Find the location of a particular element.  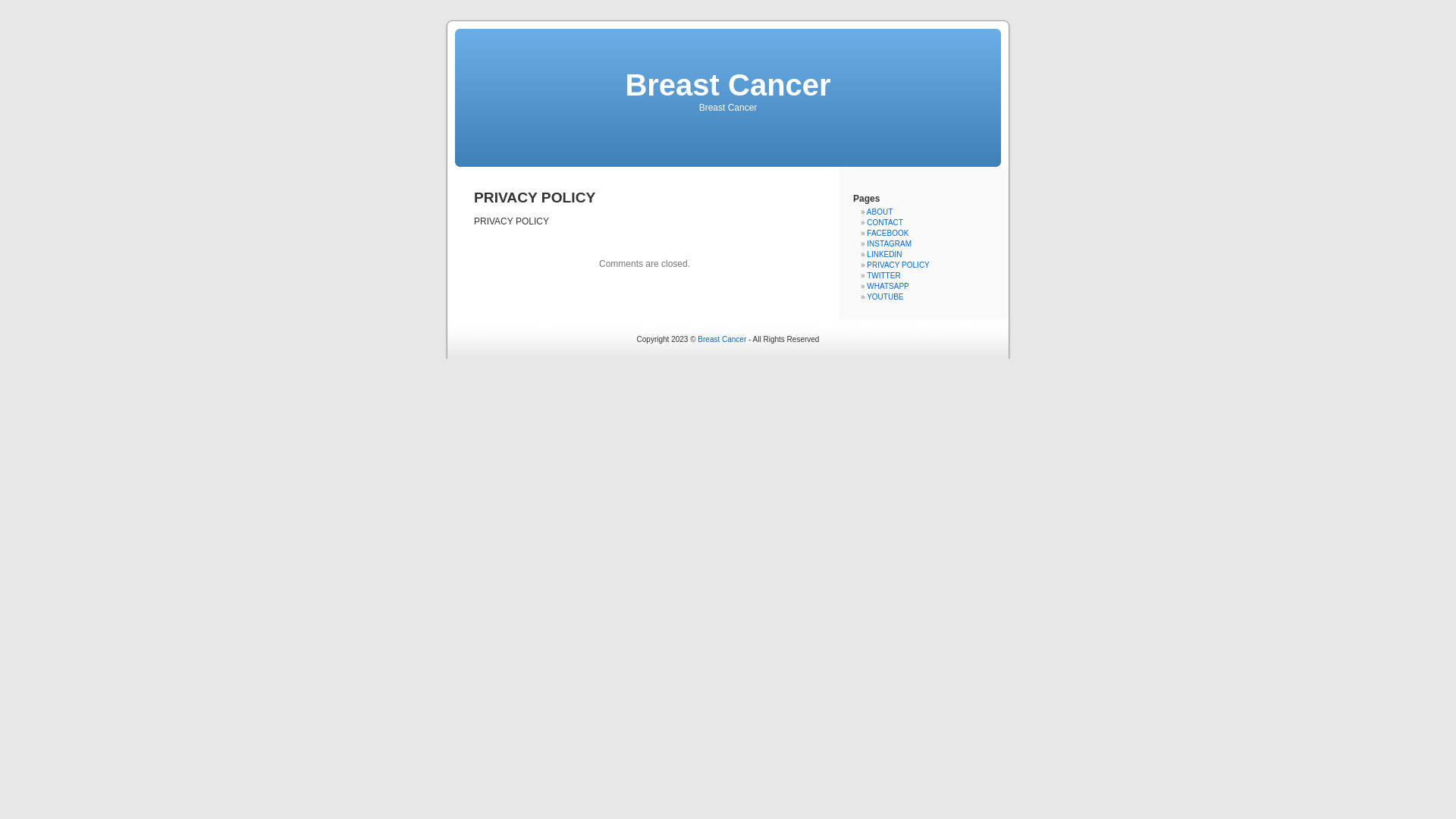

'TWITTER' is located at coordinates (883, 275).